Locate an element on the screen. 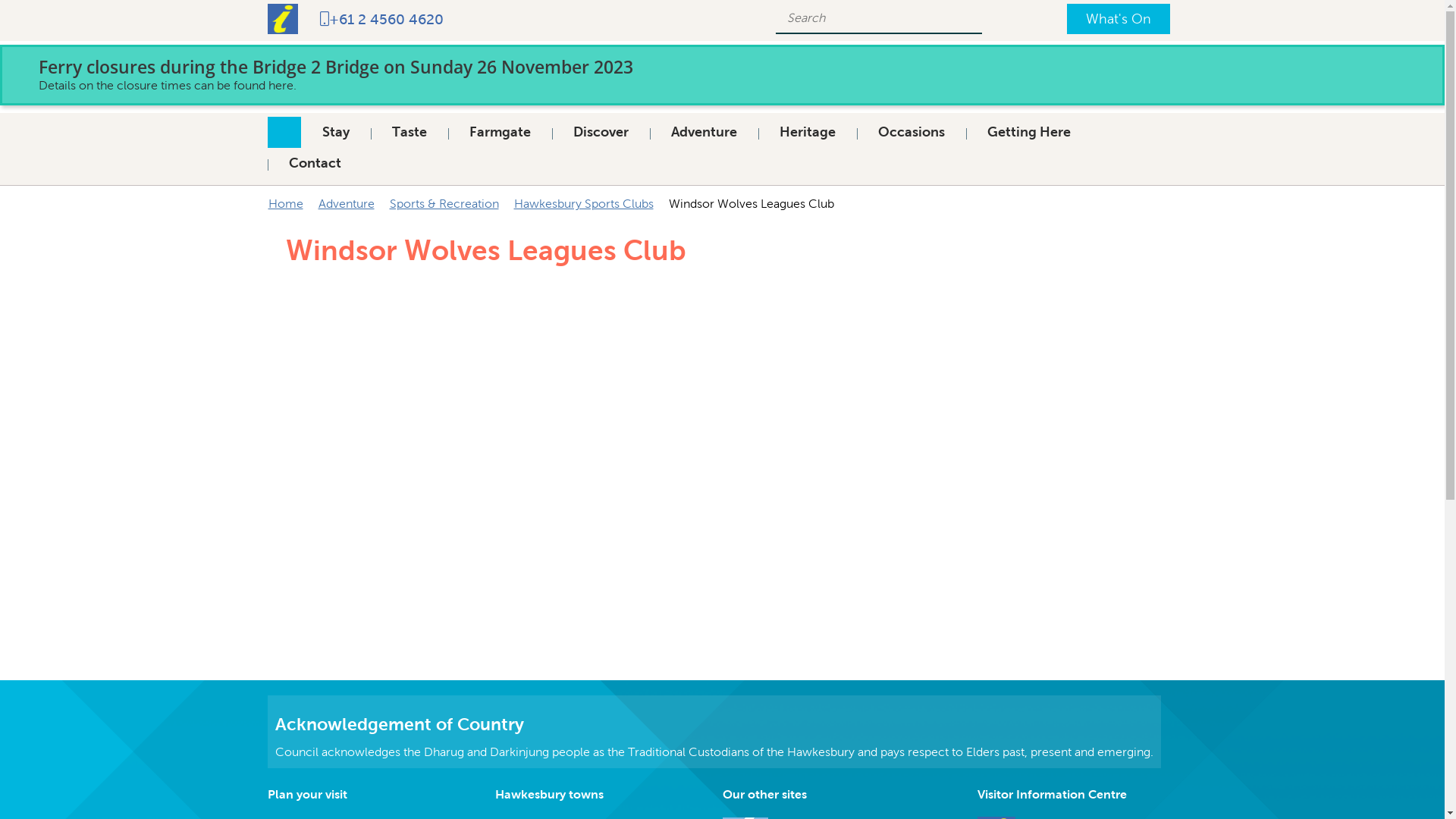  'What's On' is located at coordinates (1117, 18).